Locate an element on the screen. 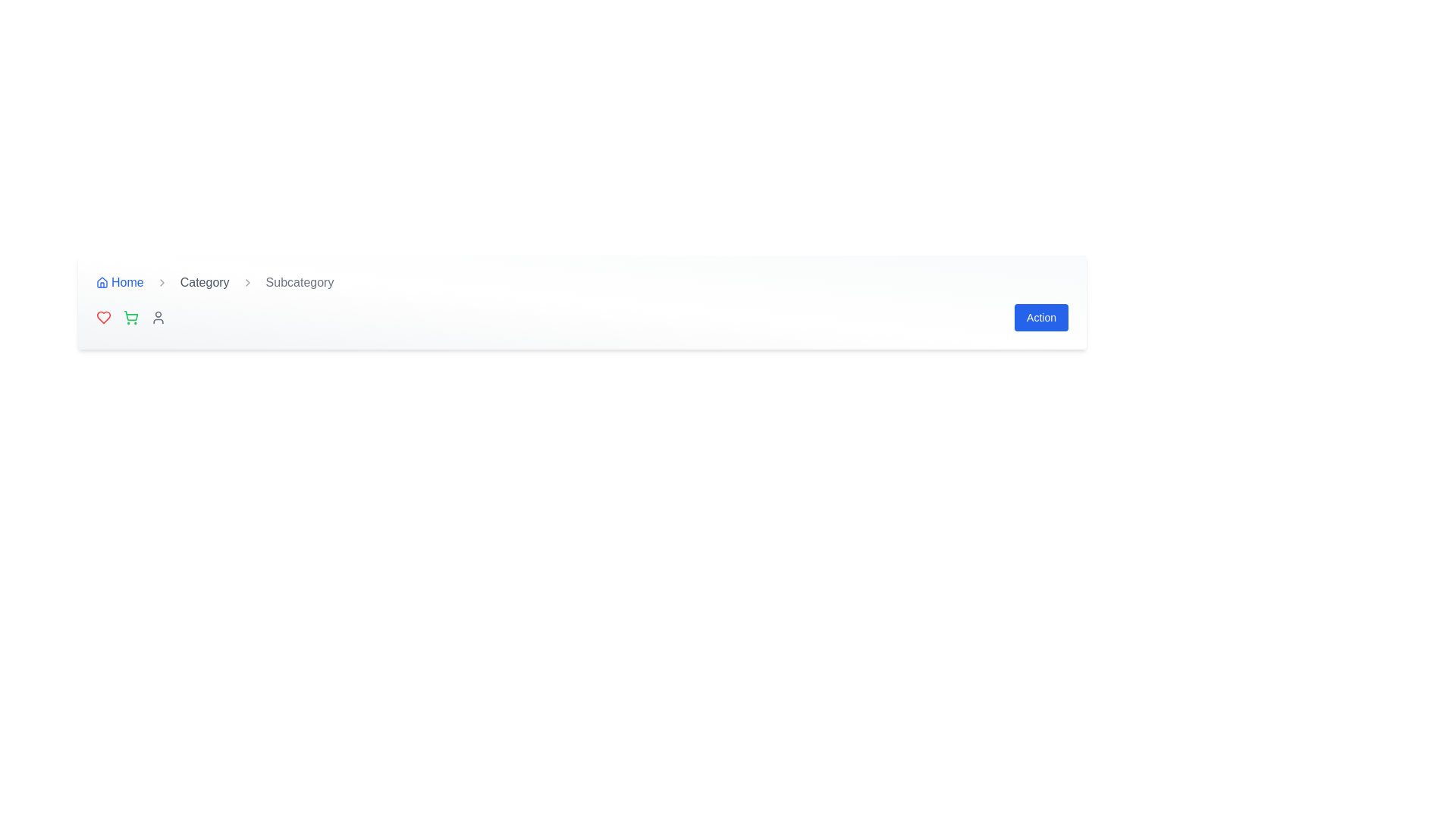 The height and width of the screenshot is (819, 1456). the small house icon that is part of the clickable 'Home' text link in the breadcrumb navigation bar is located at coordinates (101, 283).